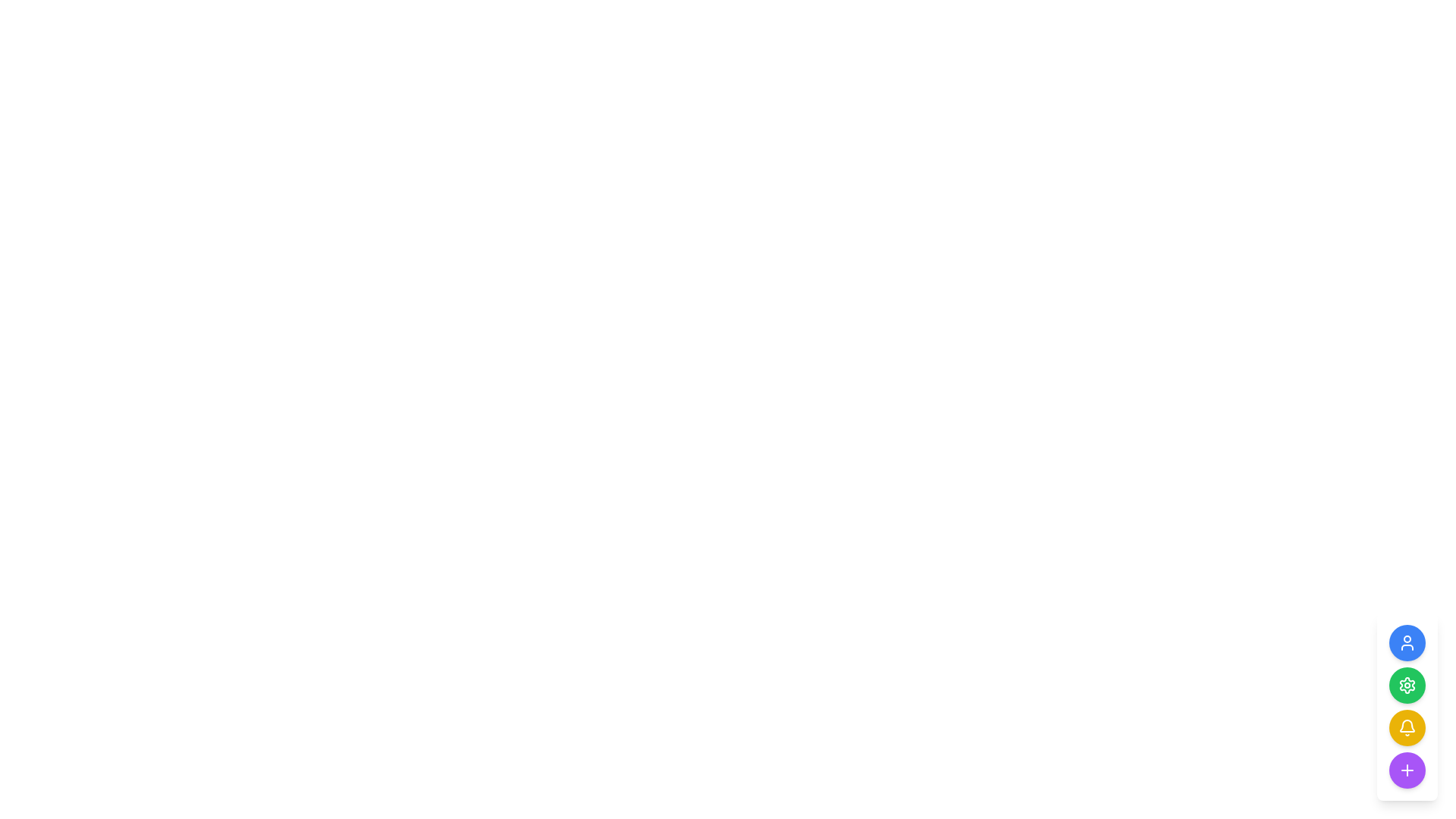 This screenshot has height=819, width=1456. I want to click on the third circular button with a yellow background and a white bell icon located, so click(1407, 707).